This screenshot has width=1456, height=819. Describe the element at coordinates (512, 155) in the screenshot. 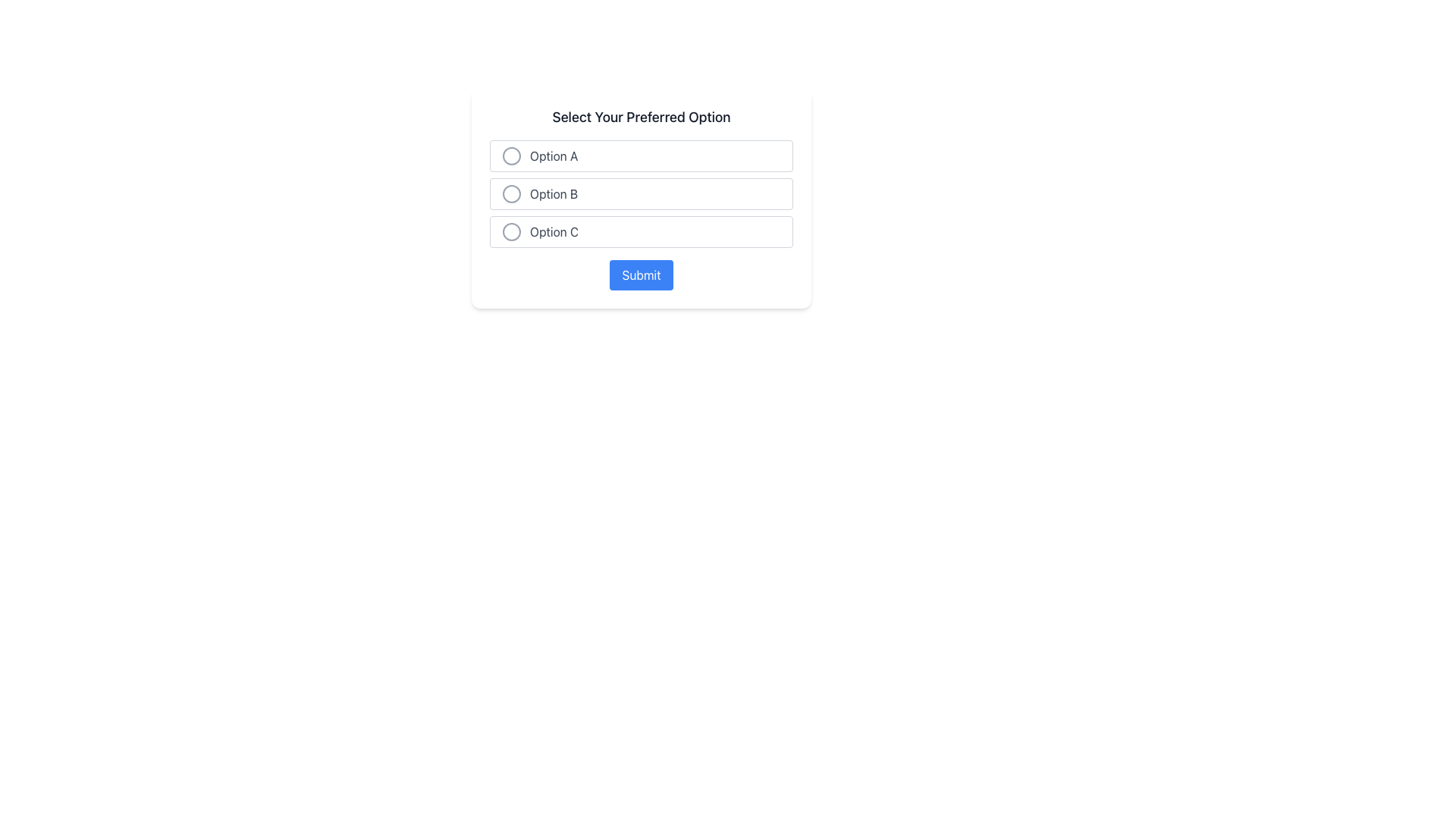

I see `the empty circular radio button located at the start of the 'Option A' selection row` at that location.